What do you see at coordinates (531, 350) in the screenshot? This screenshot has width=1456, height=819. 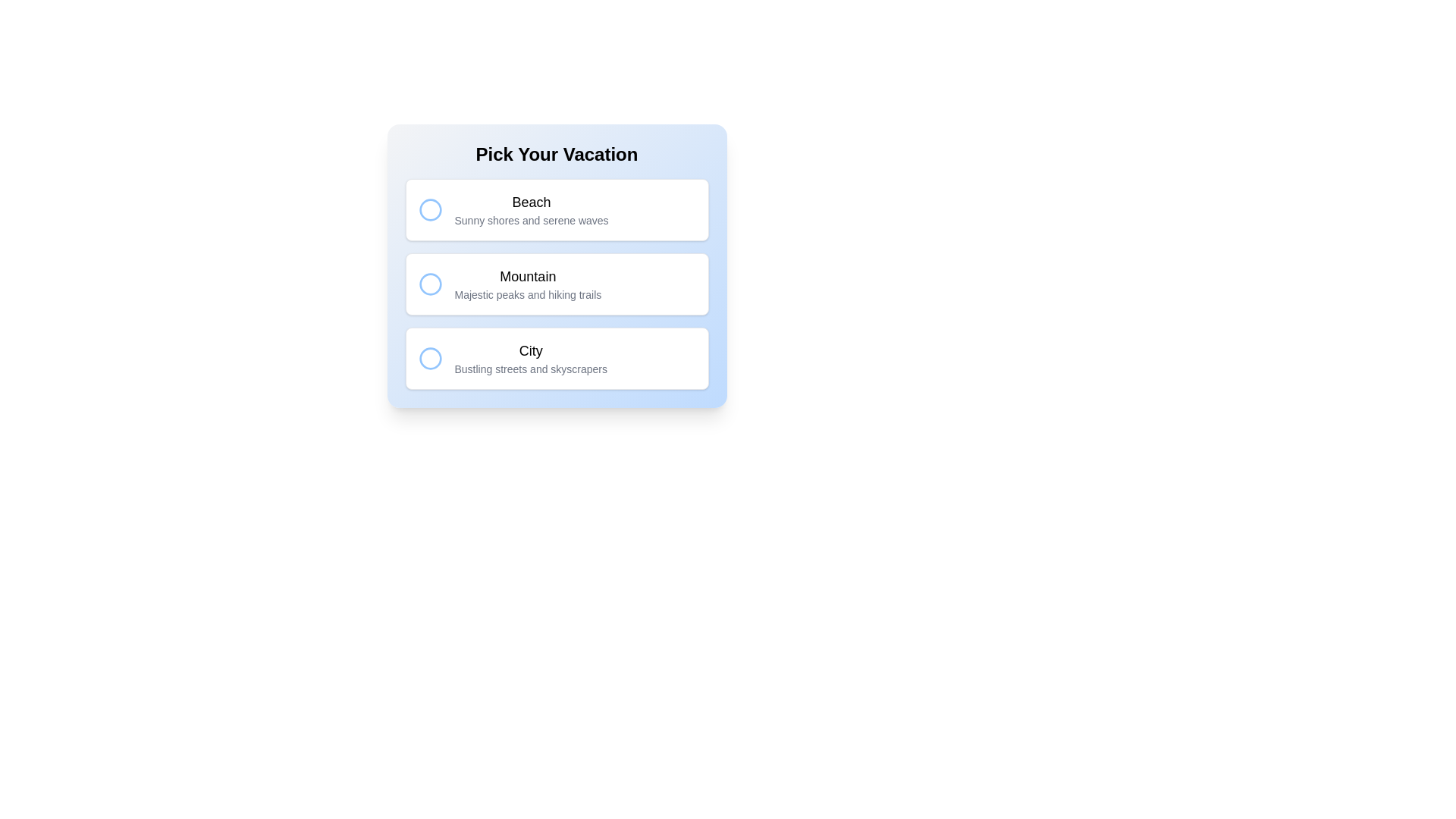 I see `text label 'City' which is styled in a medium-weight font and is part of the third option in the vertical list of vacation choices labeled 'Pick Your Vacation.'` at bounding box center [531, 350].